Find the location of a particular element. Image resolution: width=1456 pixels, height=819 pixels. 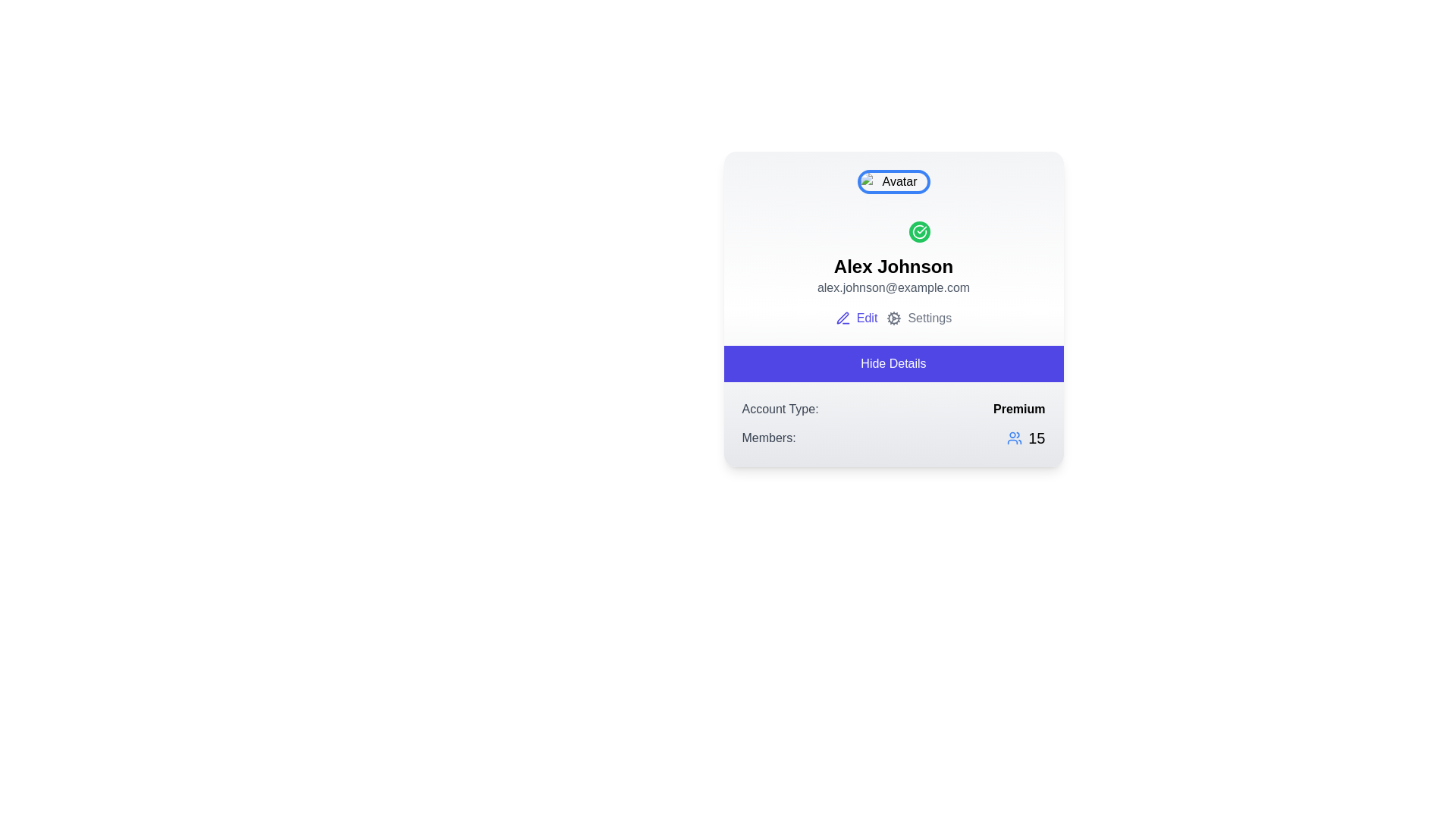

the cogwheel icon representing settings, located adjacent to the text 'Settings' is located at coordinates (894, 318).